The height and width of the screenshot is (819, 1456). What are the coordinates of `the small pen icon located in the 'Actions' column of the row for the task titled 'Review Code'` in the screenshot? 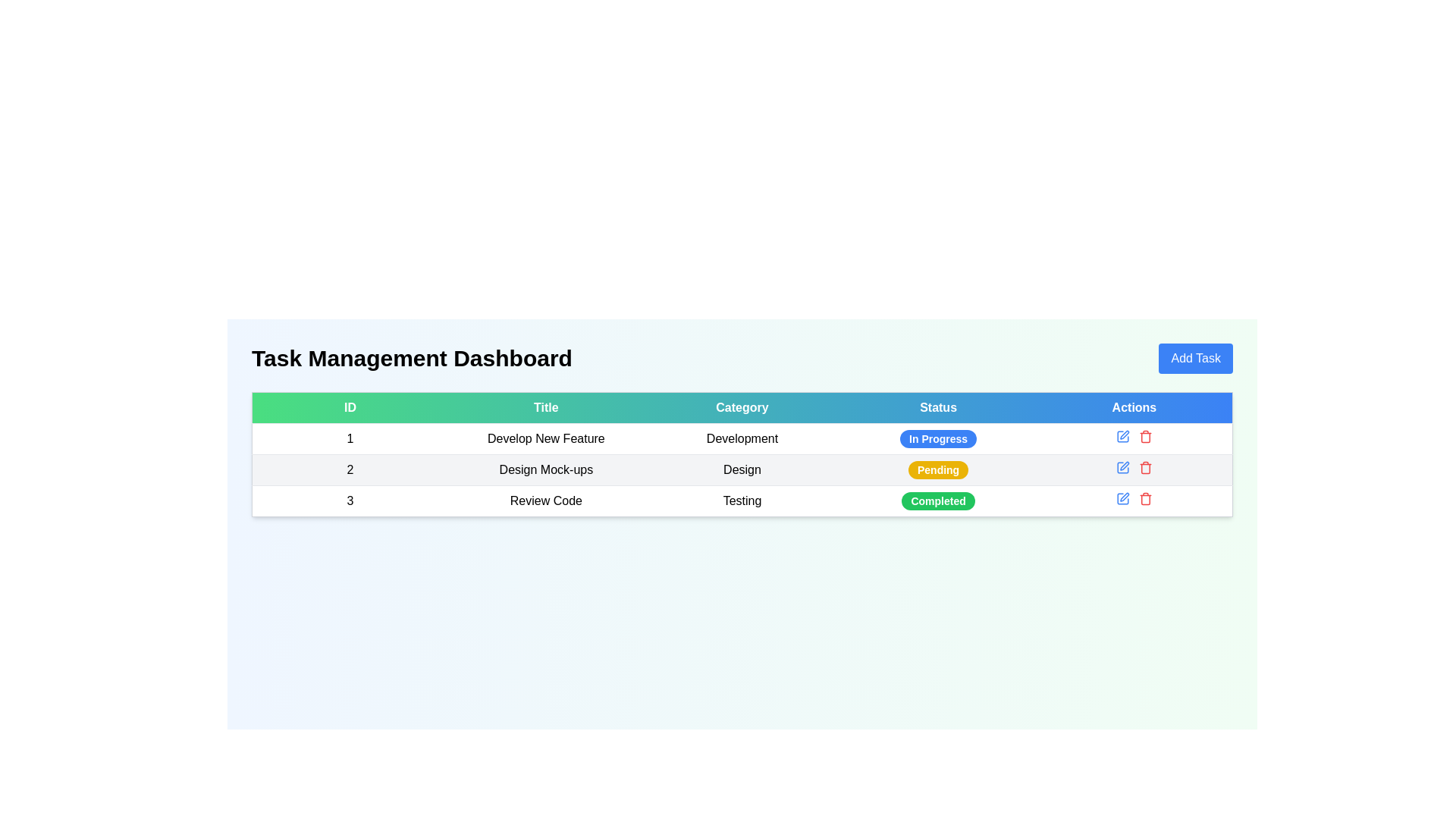 It's located at (1125, 497).